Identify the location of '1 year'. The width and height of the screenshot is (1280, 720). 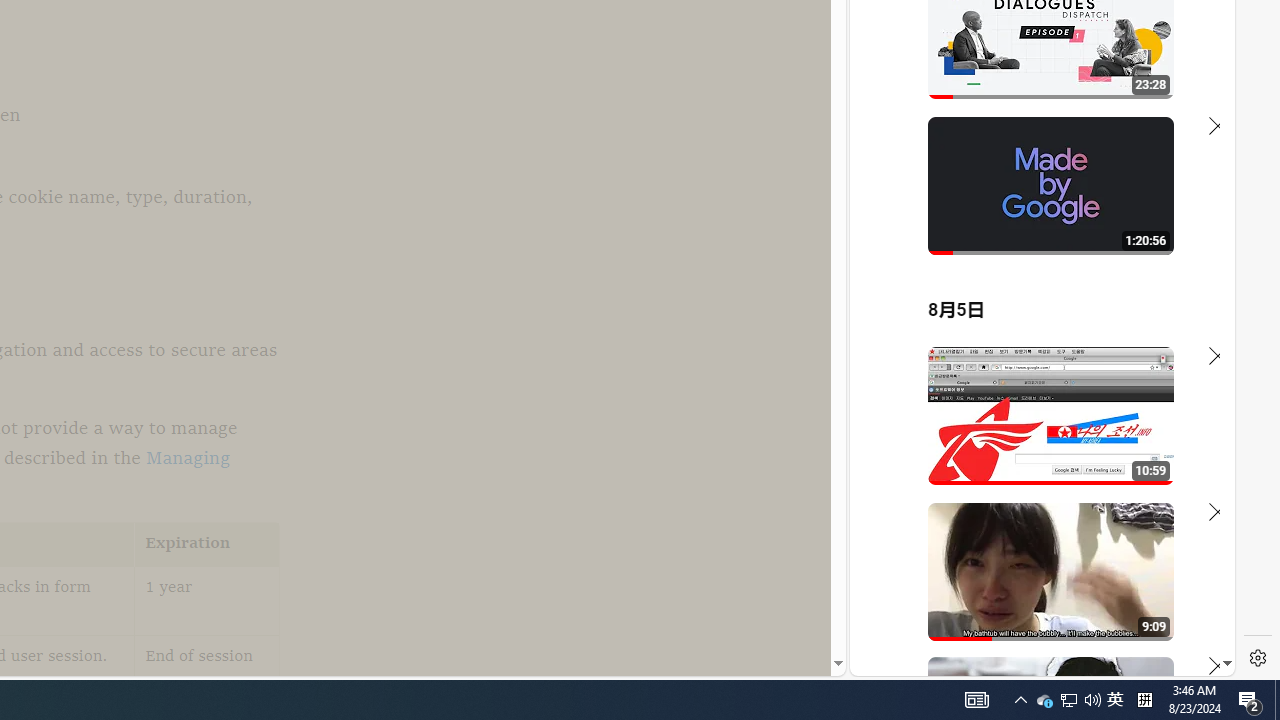
(207, 599).